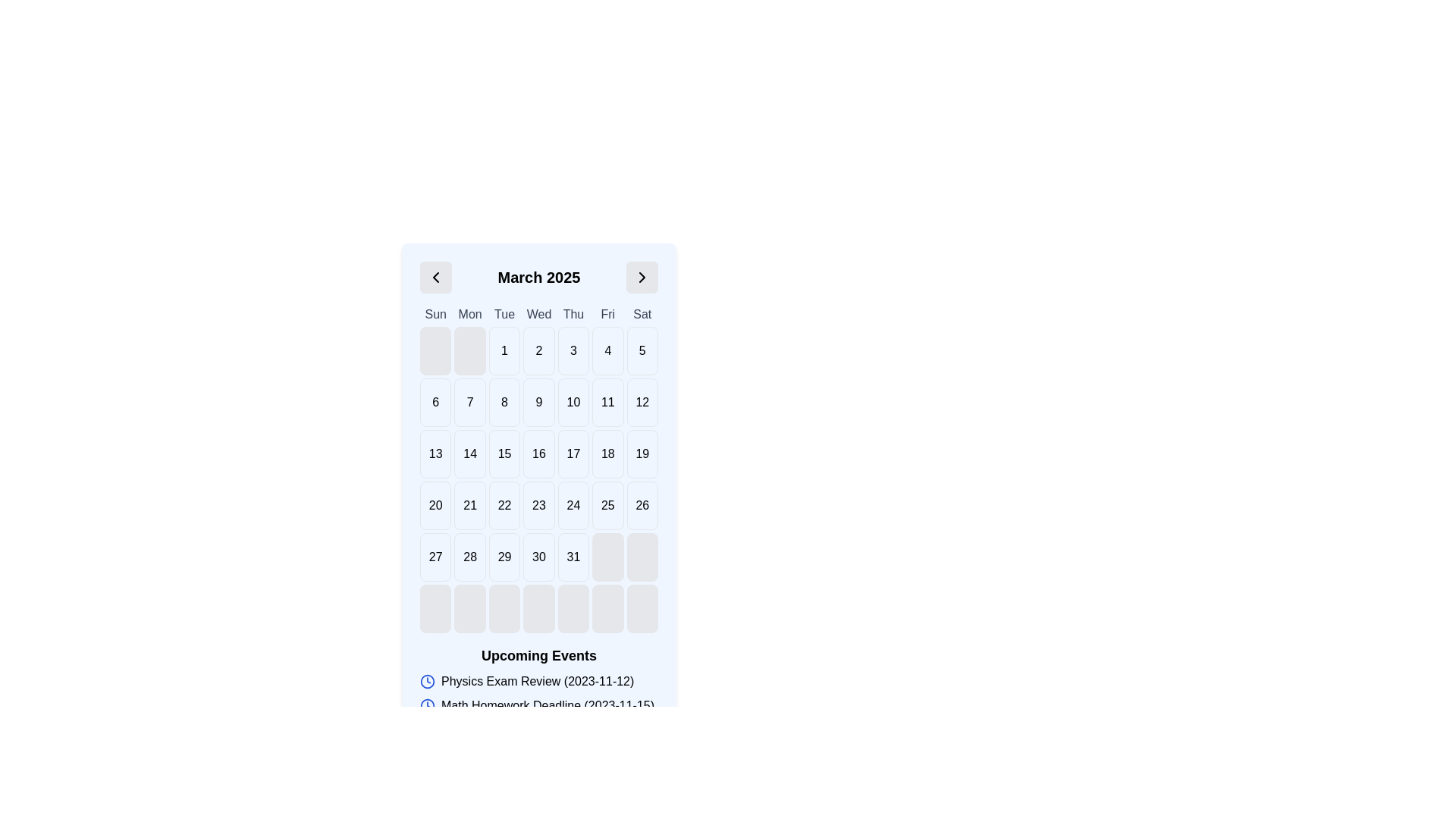  What do you see at coordinates (607, 402) in the screenshot?
I see `the interactive calendar day cell representing the 11th day of the month` at bounding box center [607, 402].